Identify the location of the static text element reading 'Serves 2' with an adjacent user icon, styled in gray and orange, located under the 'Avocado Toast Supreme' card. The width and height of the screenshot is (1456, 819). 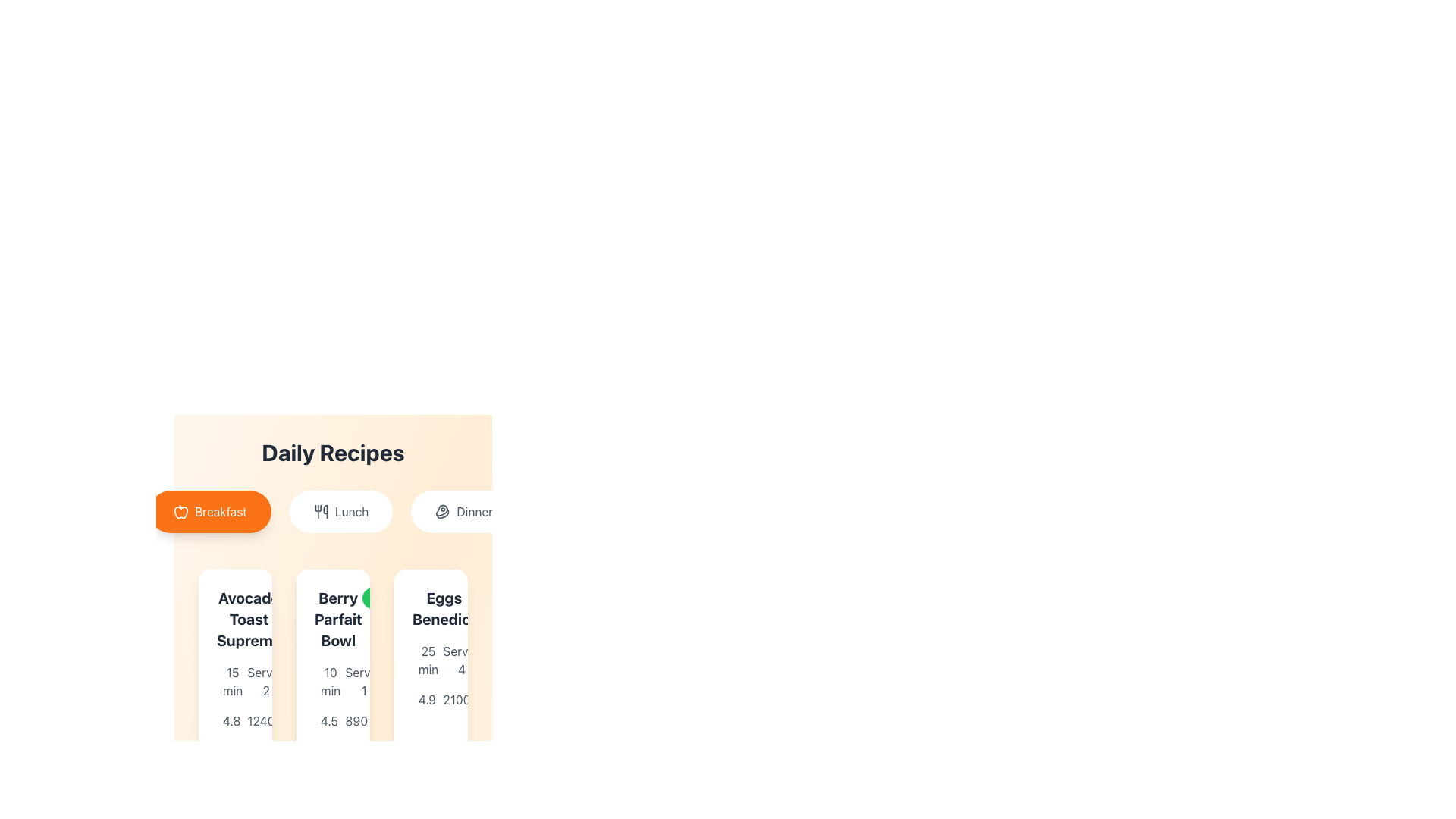
(247, 680).